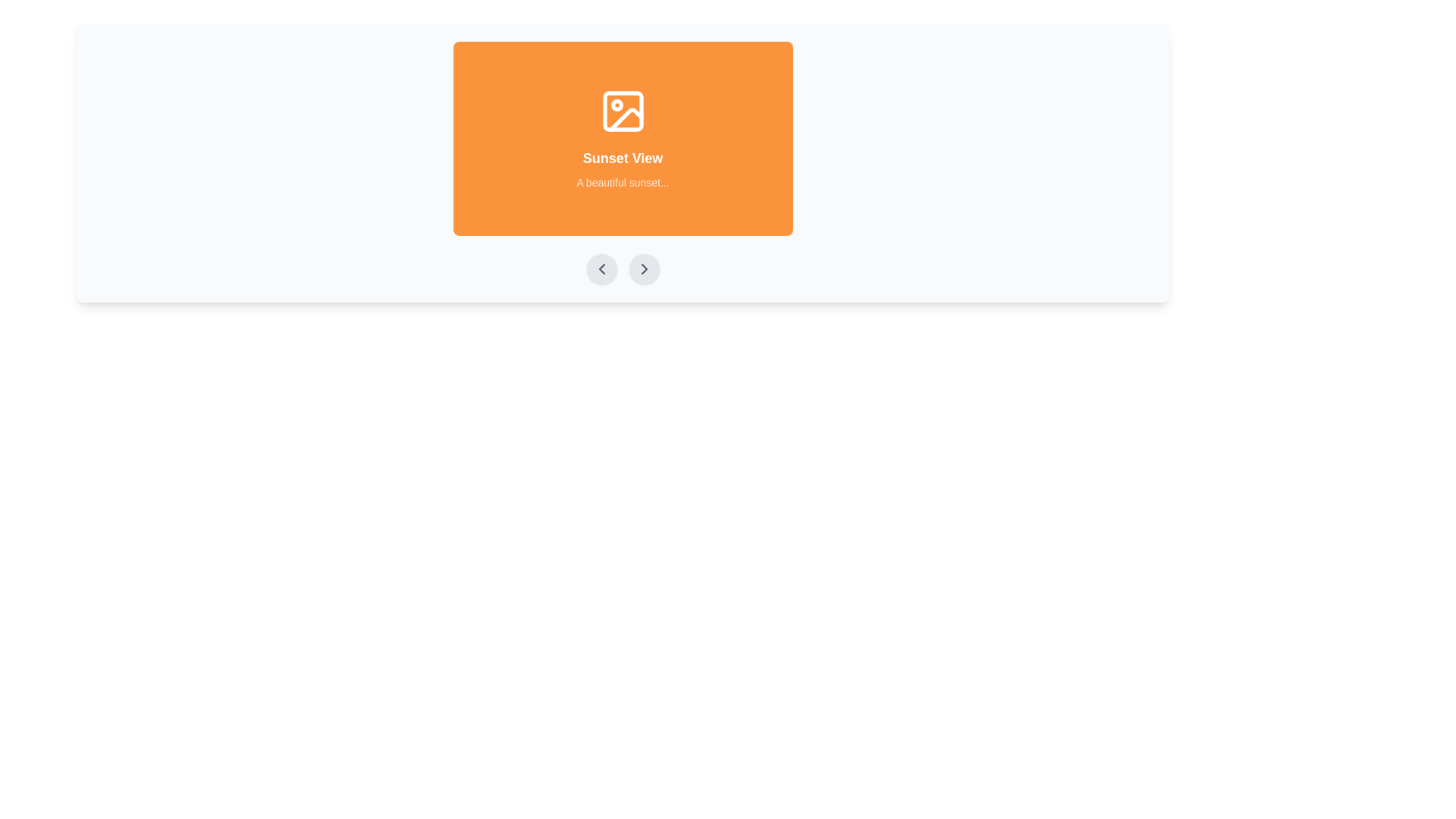  Describe the element at coordinates (601, 268) in the screenshot. I see `the navigation button located below the orange card labeled 'Sunset View', which is the first button from the left in the group of navigation buttons` at that location.